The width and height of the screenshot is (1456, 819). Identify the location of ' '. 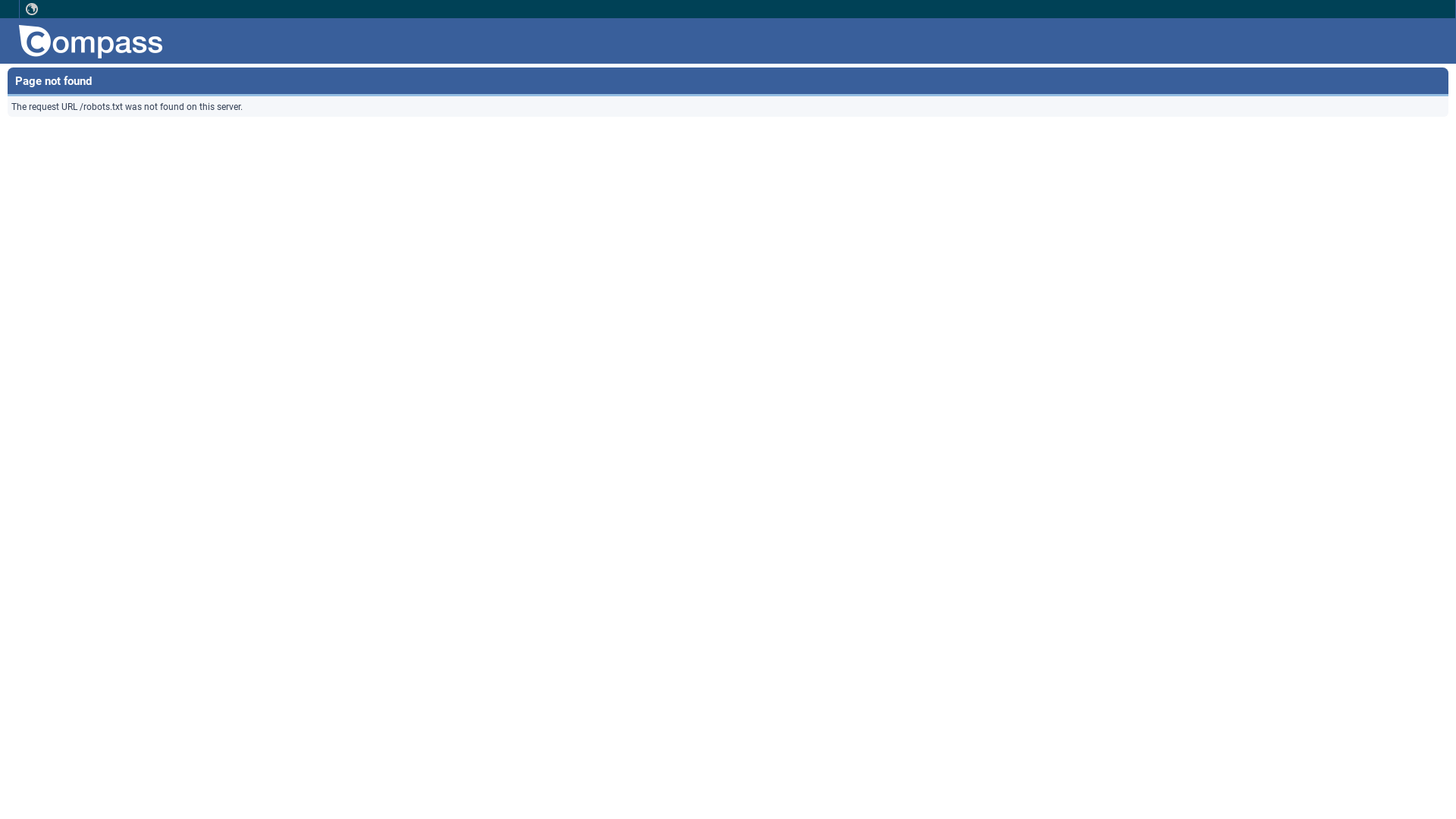
(31, 8).